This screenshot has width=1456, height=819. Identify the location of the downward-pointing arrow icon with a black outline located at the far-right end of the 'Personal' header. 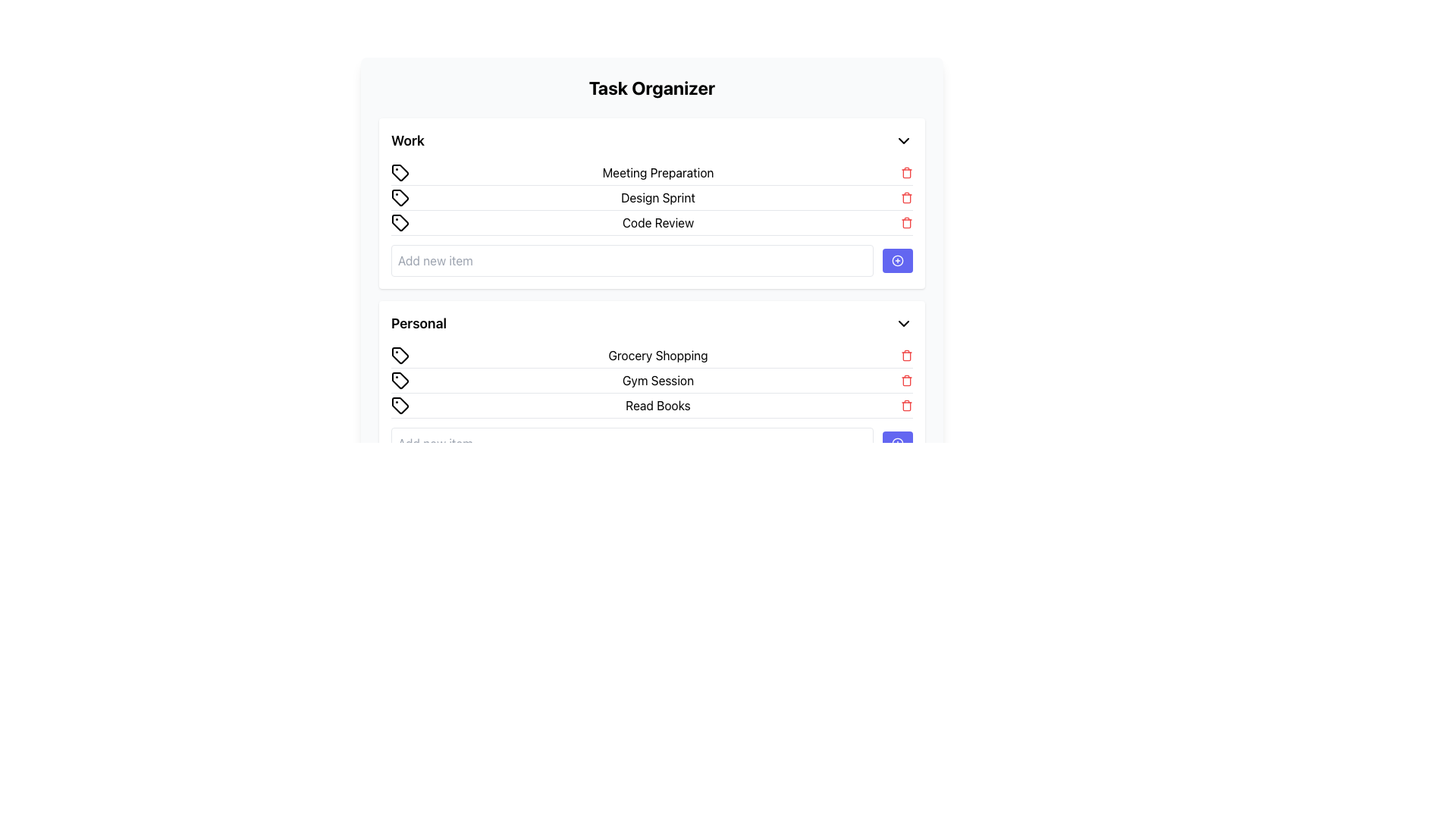
(903, 323).